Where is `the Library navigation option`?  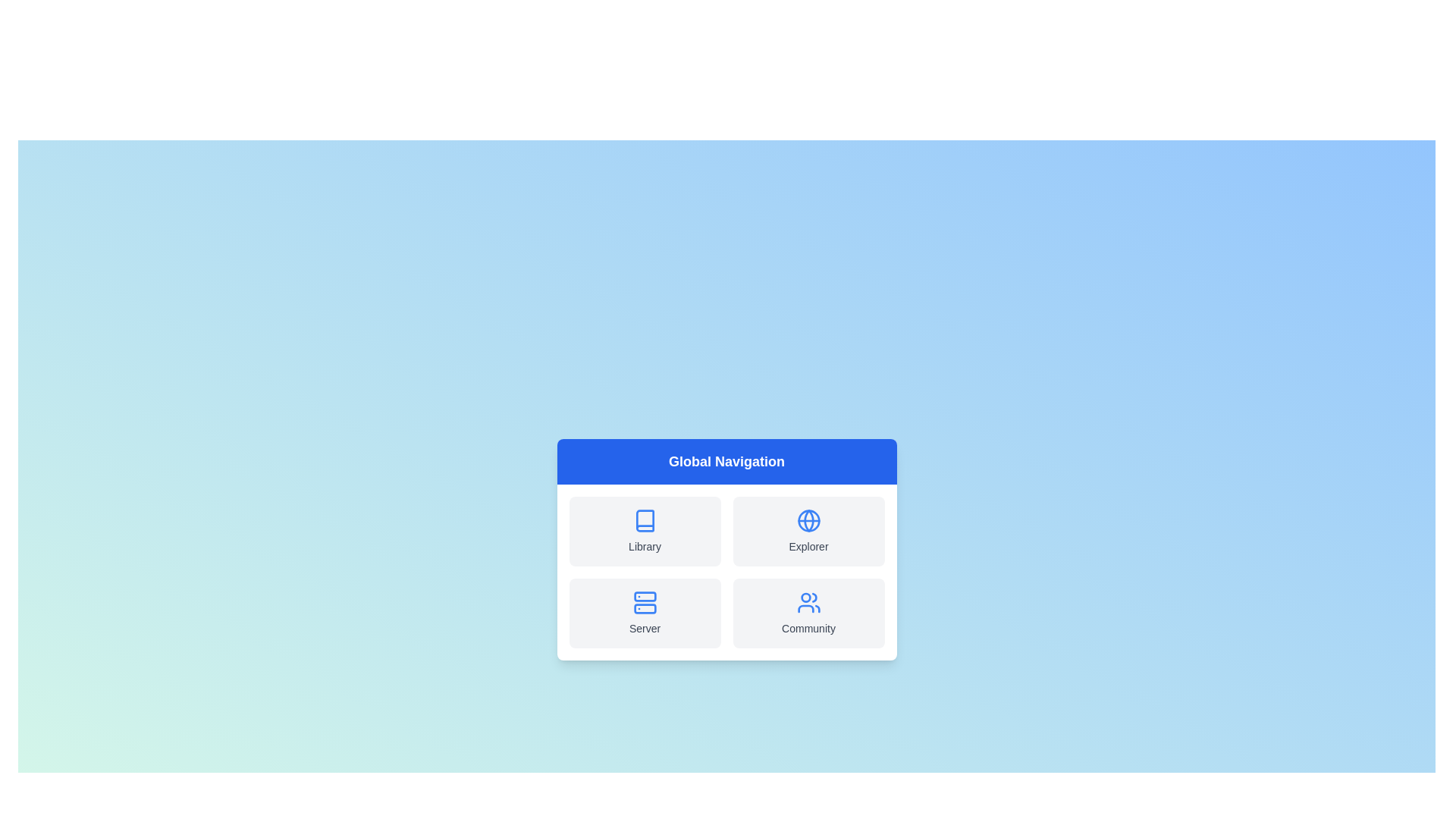
the Library navigation option is located at coordinates (645, 531).